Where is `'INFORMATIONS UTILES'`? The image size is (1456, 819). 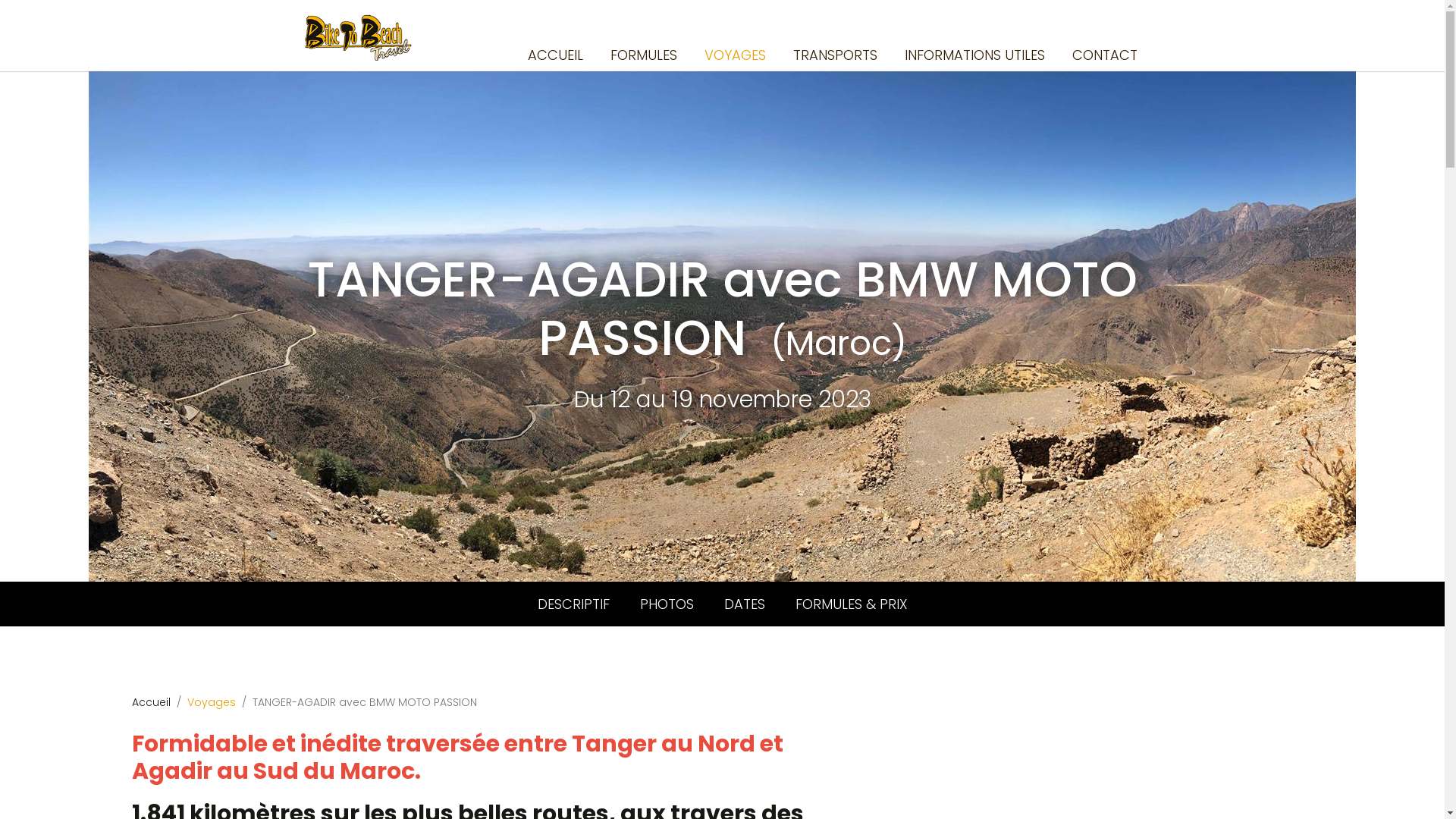 'INFORMATIONS UTILES' is located at coordinates (974, 54).